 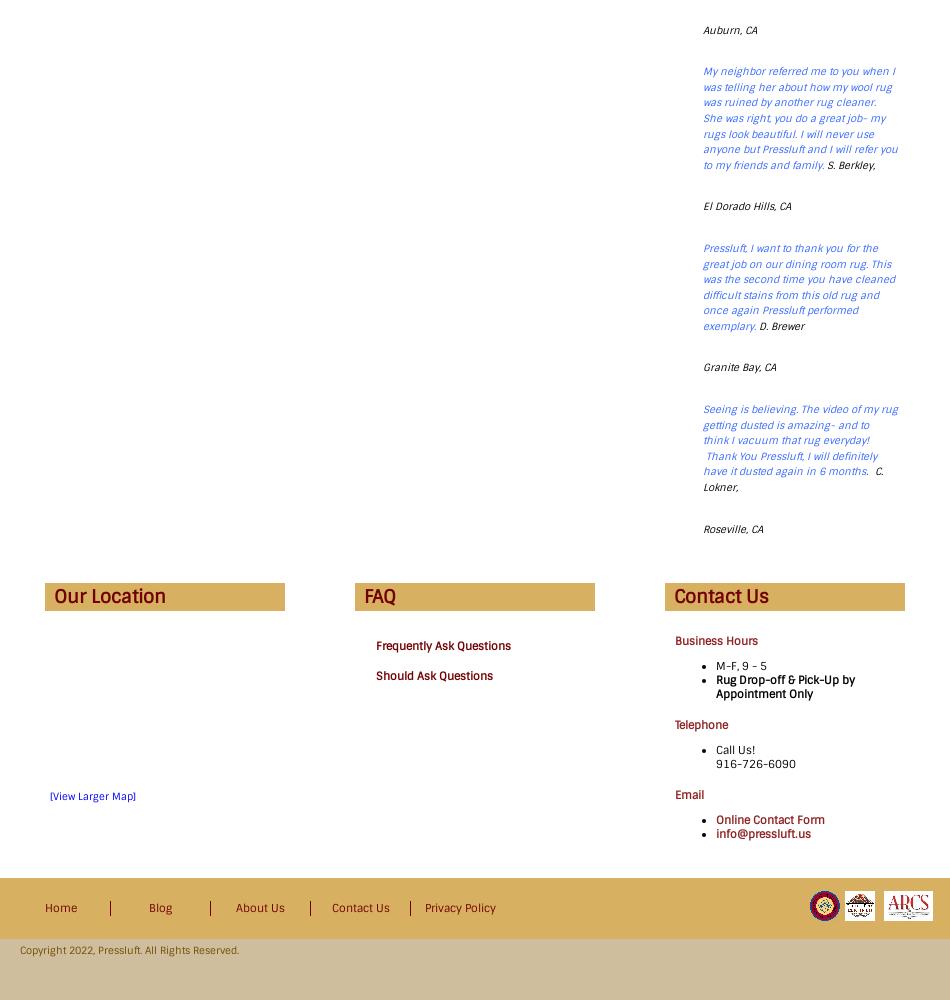 What do you see at coordinates (442, 646) in the screenshot?
I see `'Frequently Ask Questions'` at bounding box center [442, 646].